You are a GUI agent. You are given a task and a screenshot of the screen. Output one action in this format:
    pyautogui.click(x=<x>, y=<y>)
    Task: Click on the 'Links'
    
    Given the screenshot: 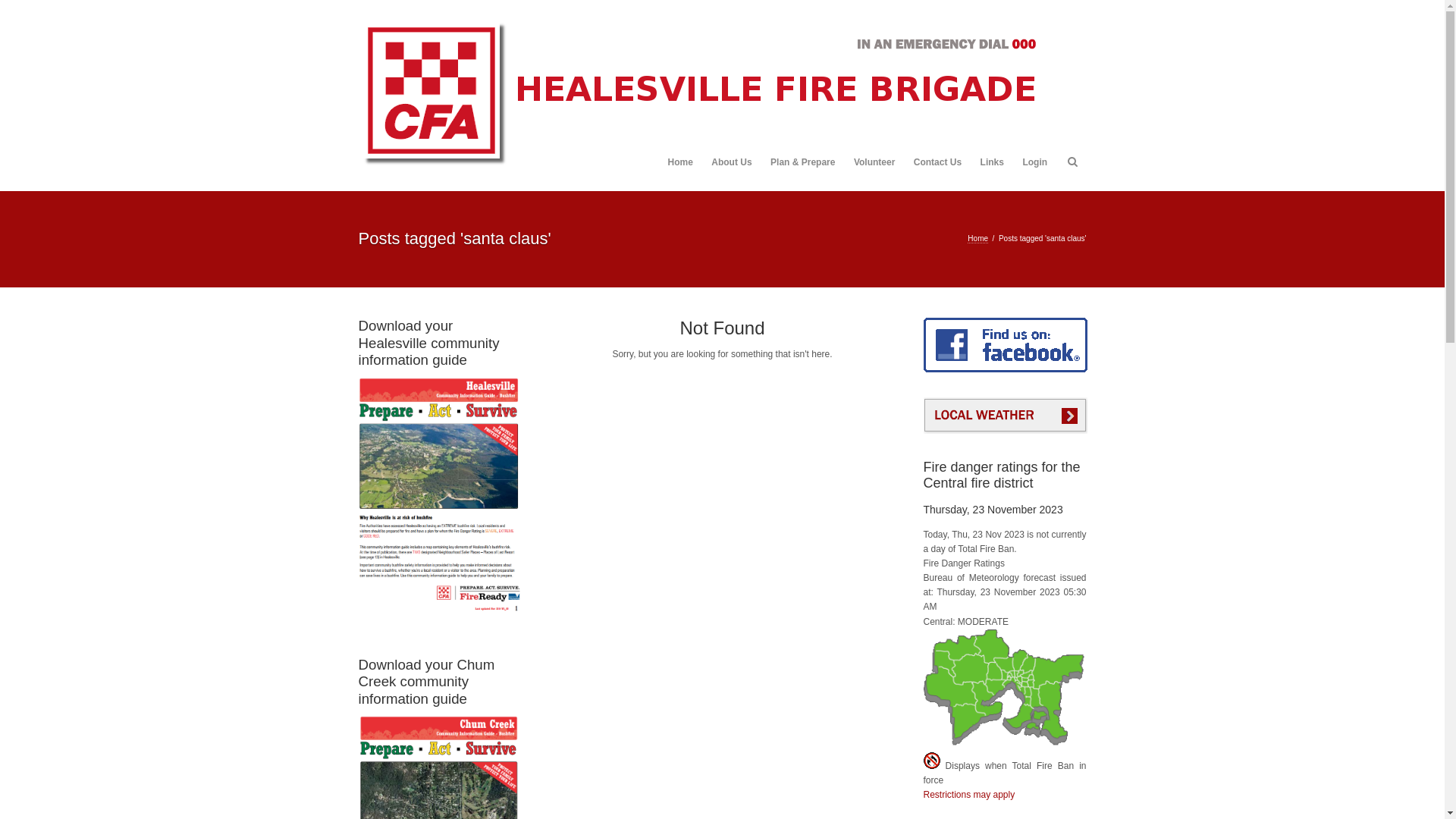 What is the action you would take?
    pyautogui.click(x=992, y=162)
    